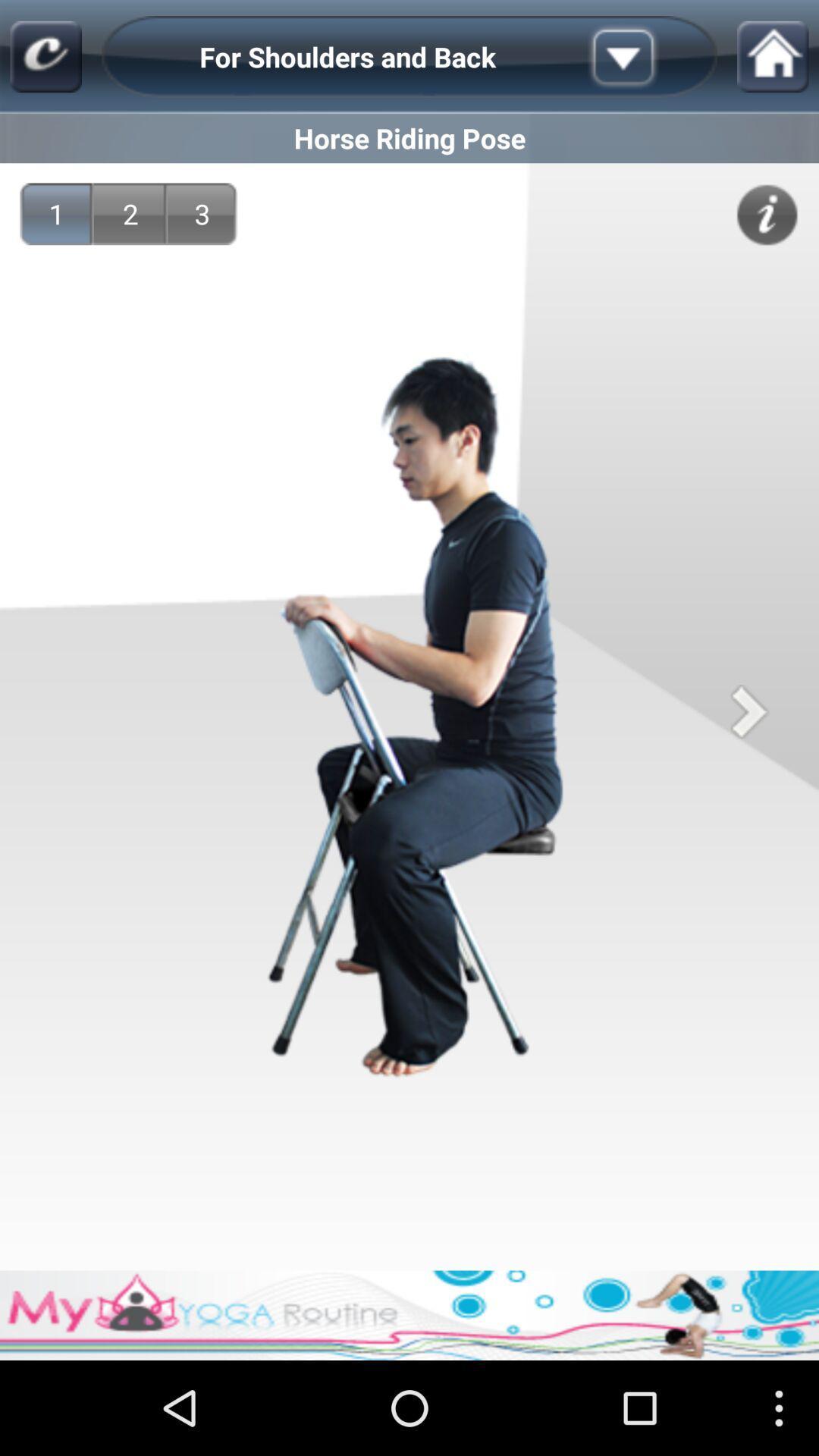  What do you see at coordinates (130, 213) in the screenshot?
I see `app below horse riding pose icon` at bounding box center [130, 213].